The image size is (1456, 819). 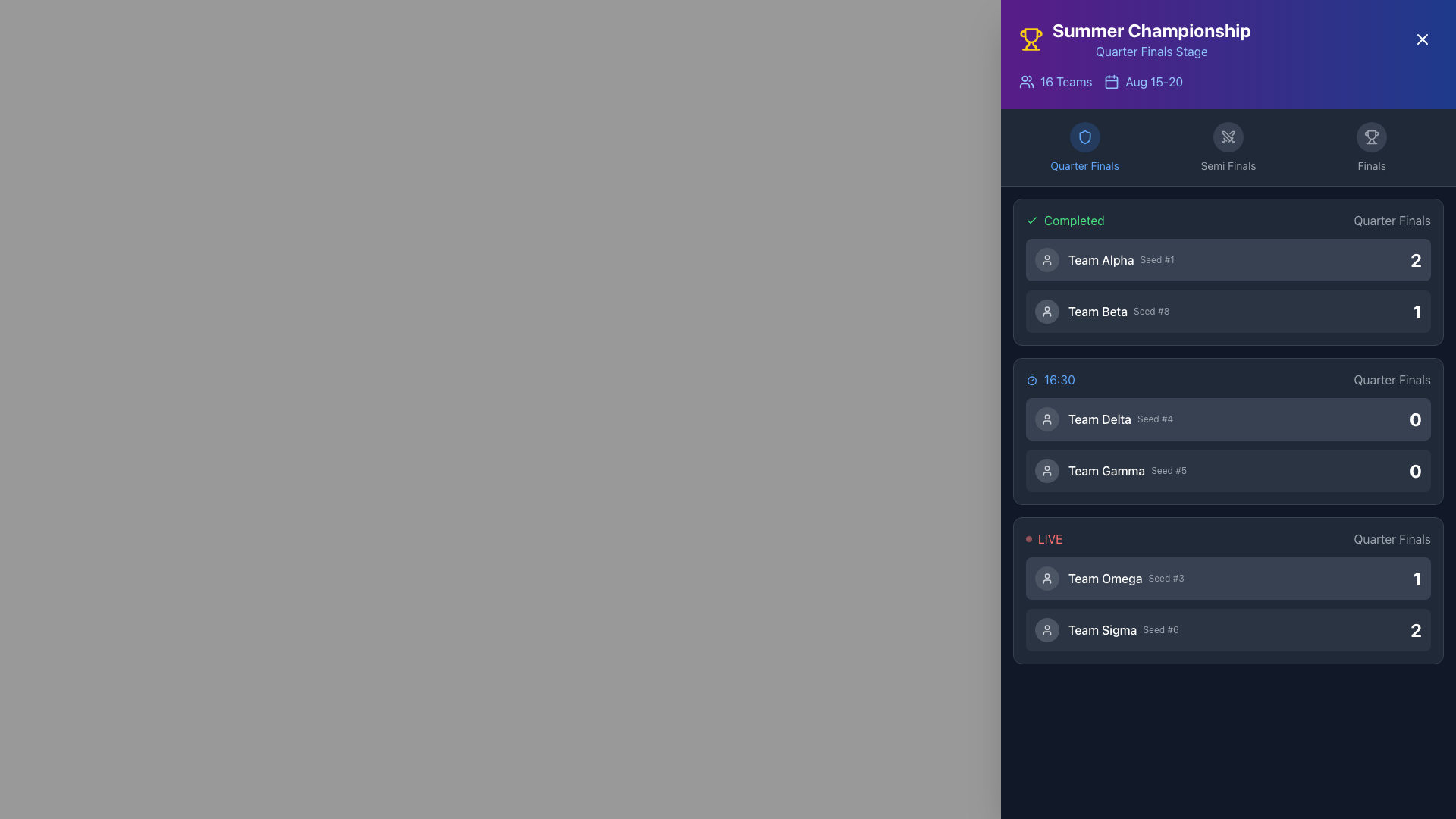 I want to click on the first informational card displaying completed match results in the right panel under the 'Completed' section, so click(x=1228, y=271).